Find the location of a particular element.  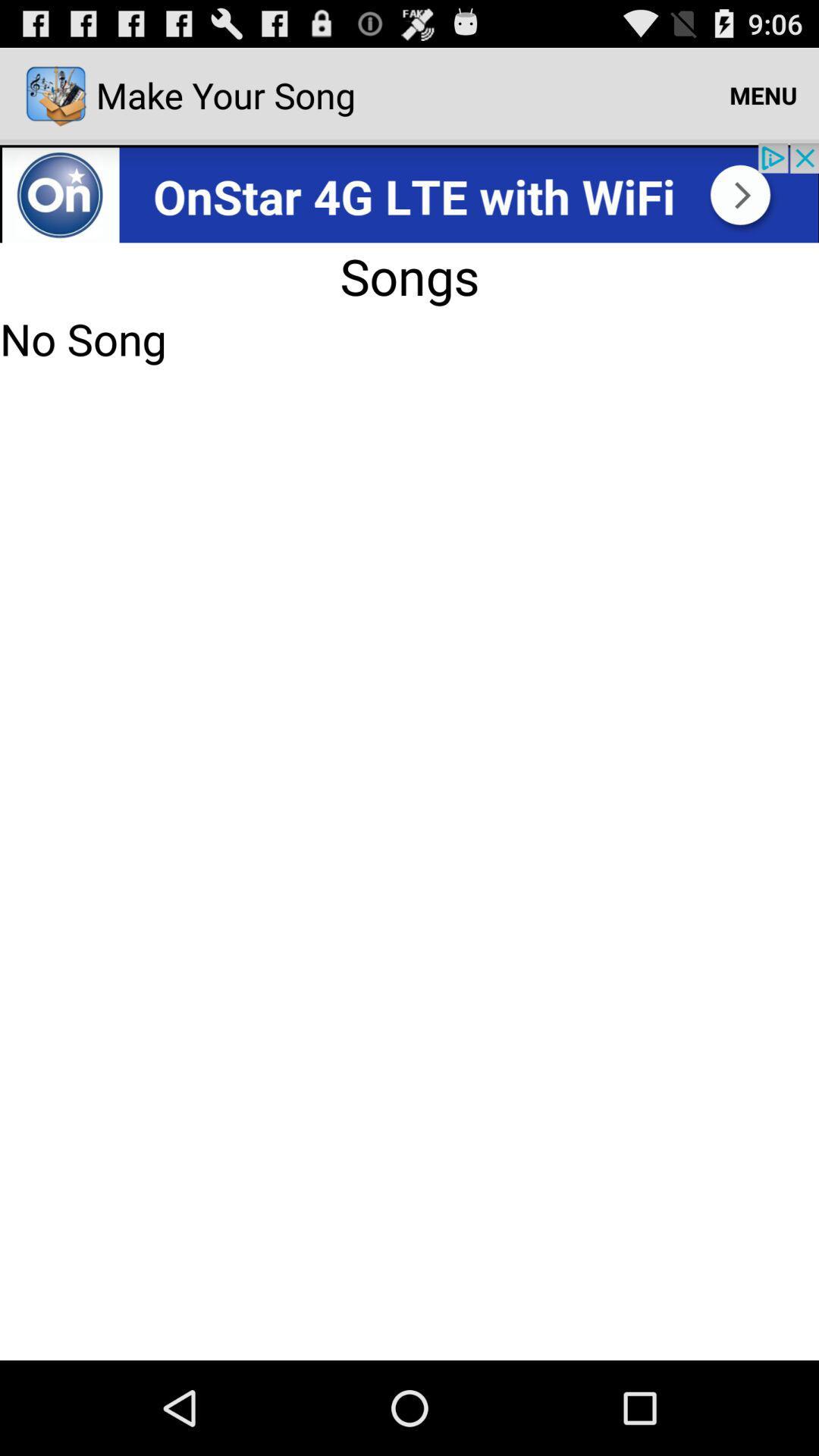

advertisement is located at coordinates (409, 192).